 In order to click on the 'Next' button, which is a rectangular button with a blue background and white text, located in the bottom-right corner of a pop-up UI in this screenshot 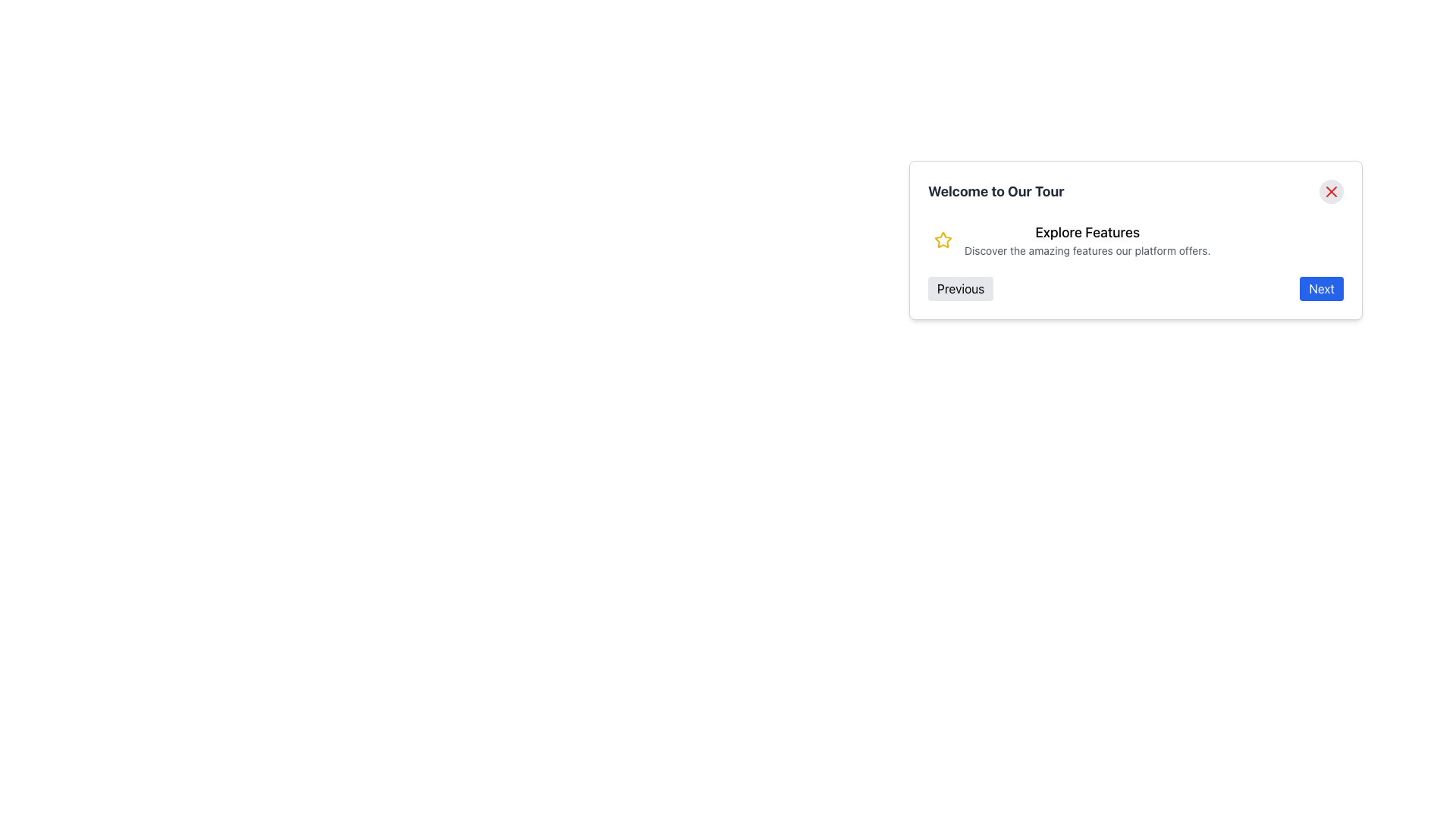, I will do `click(1321, 289)`.